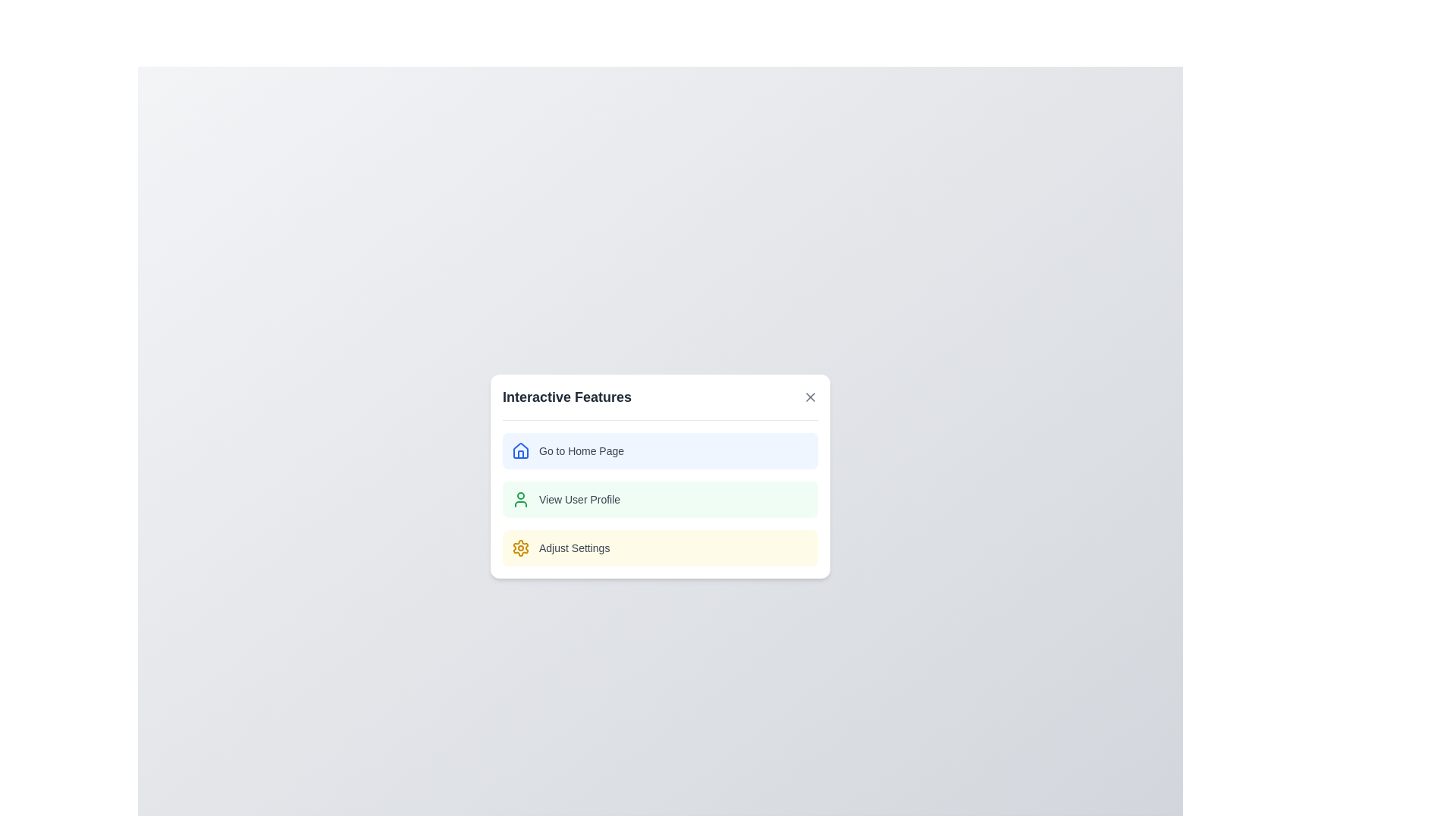 The image size is (1456, 819). What do you see at coordinates (660, 475) in the screenshot?
I see `the modal box titled 'Interactive Features'` at bounding box center [660, 475].